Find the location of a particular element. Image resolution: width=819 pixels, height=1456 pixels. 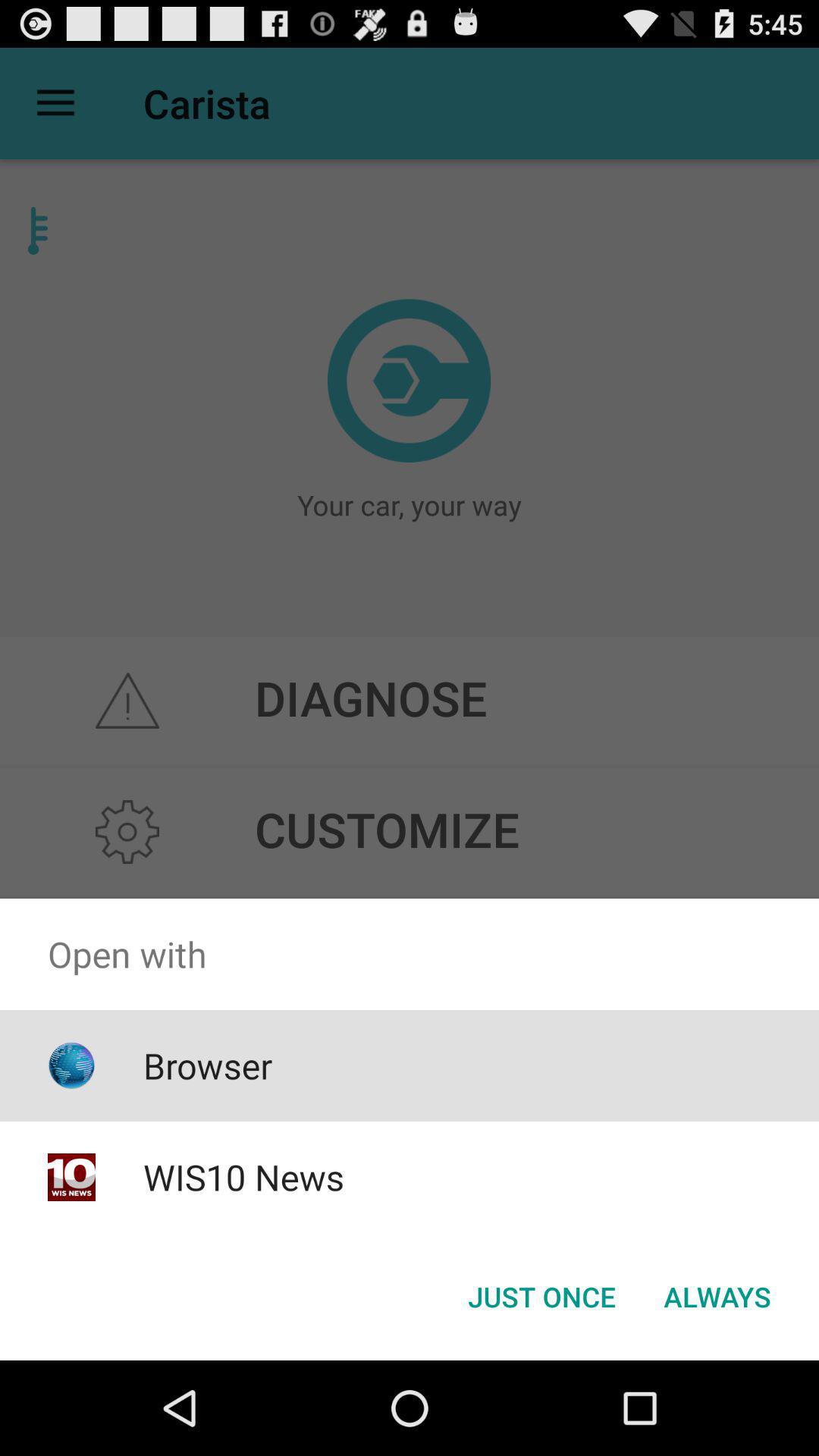

wis10 news app is located at coordinates (243, 1176).